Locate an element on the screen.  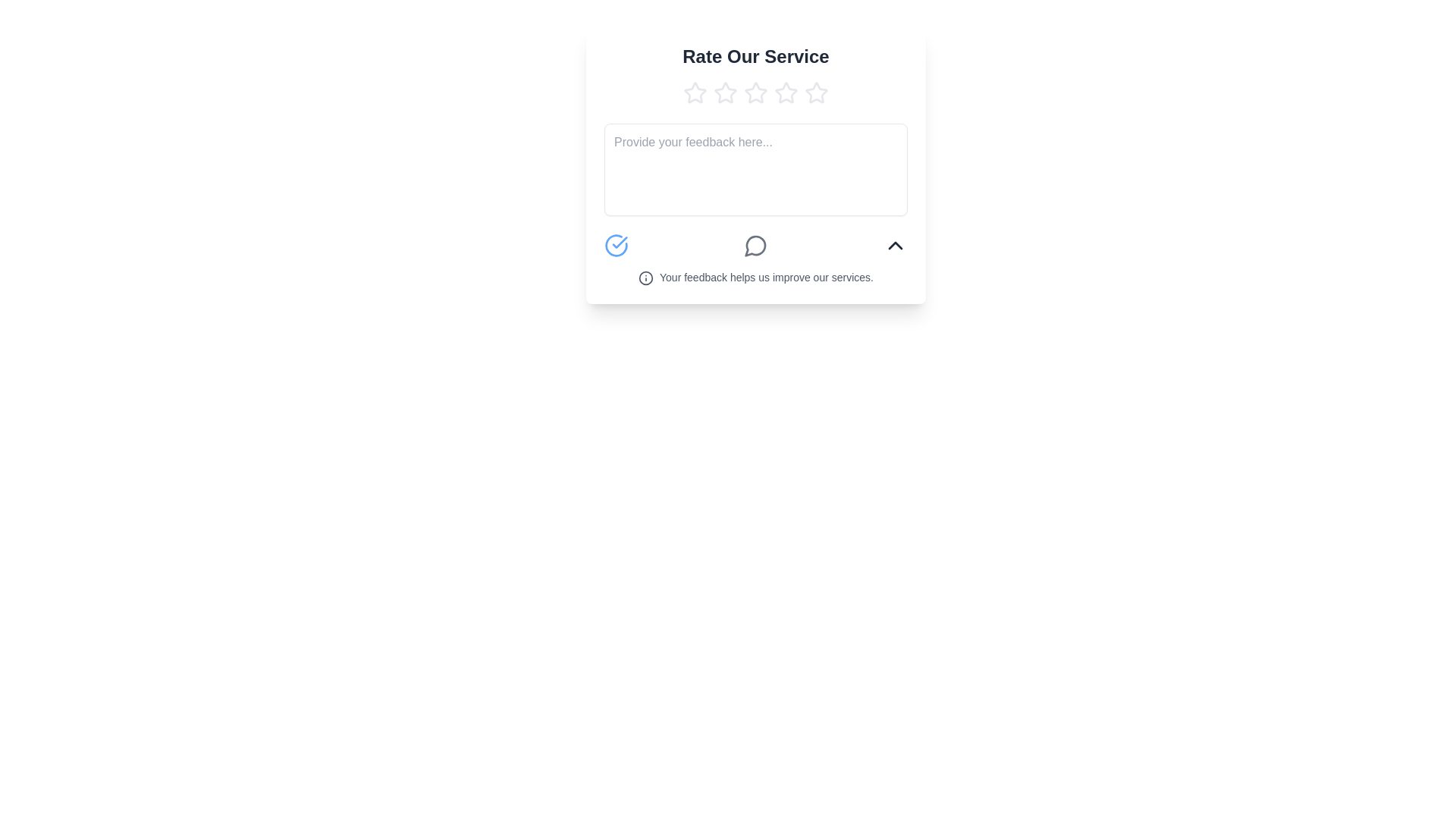
the Circle (SVG component) that is part of the feedback icon, located below the feedback input section on the left side of the descriptive text is located at coordinates (646, 278).